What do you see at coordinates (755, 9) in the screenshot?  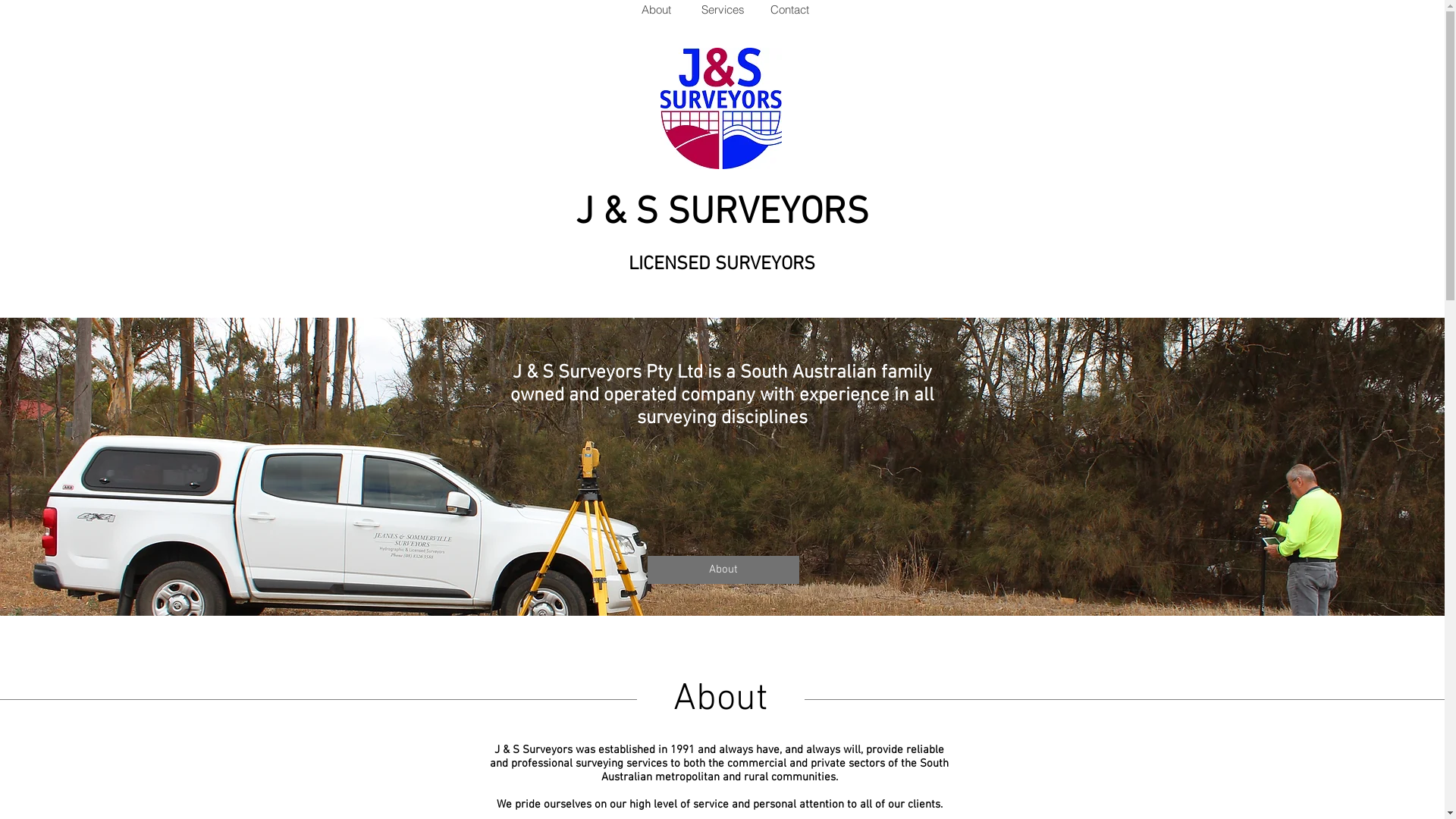 I see `'Contact'` at bounding box center [755, 9].